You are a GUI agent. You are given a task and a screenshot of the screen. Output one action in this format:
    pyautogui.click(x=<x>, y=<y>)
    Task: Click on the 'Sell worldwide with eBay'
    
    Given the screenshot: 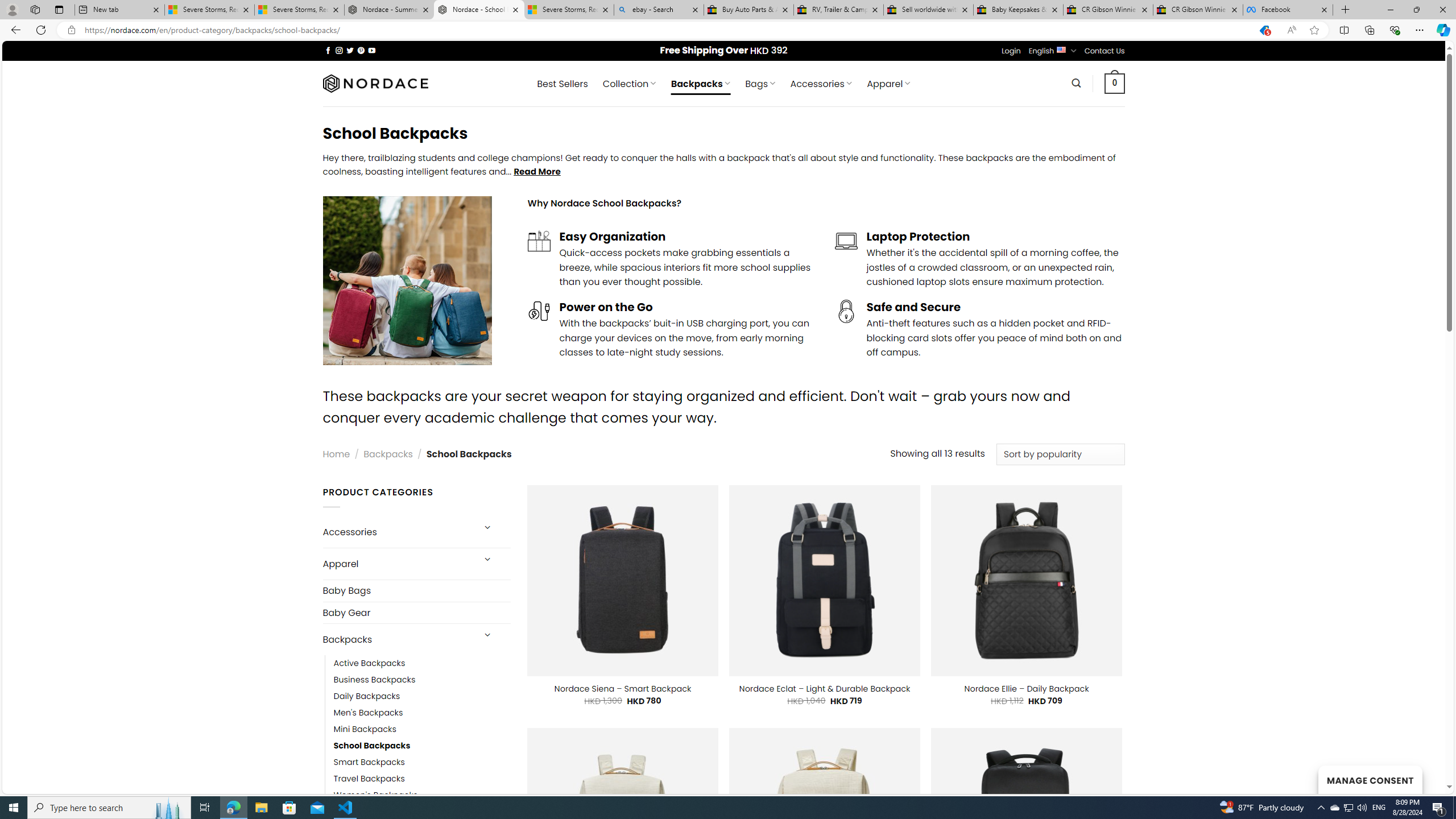 What is the action you would take?
    pyautogui.click(x=928, y=9)
    